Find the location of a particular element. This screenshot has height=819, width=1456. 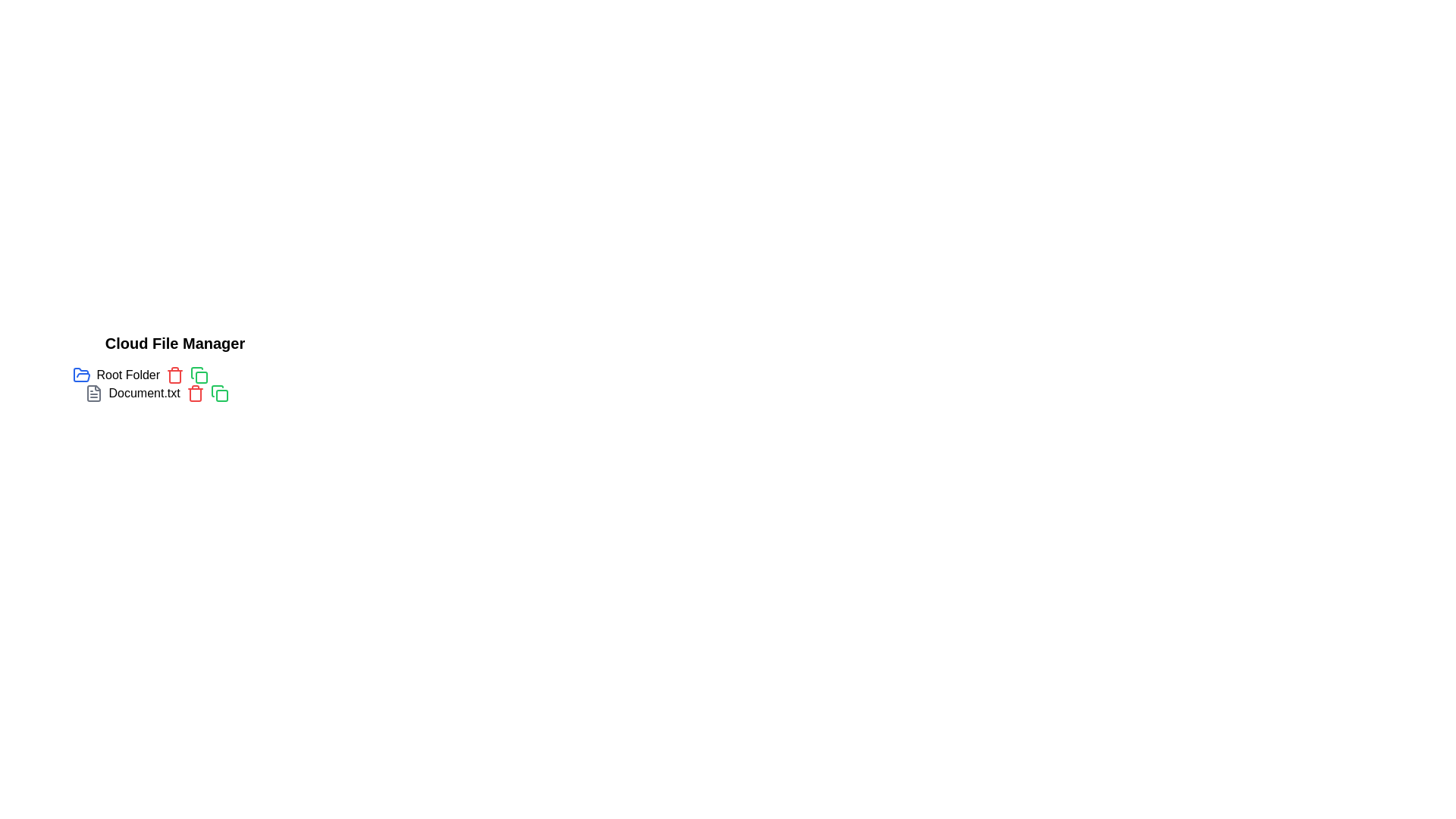

the text label 'Cloud File Manager' which is displayed in a bold, large-sized font at the top-left corner of the file management interface is located at coordinates (174, 343).